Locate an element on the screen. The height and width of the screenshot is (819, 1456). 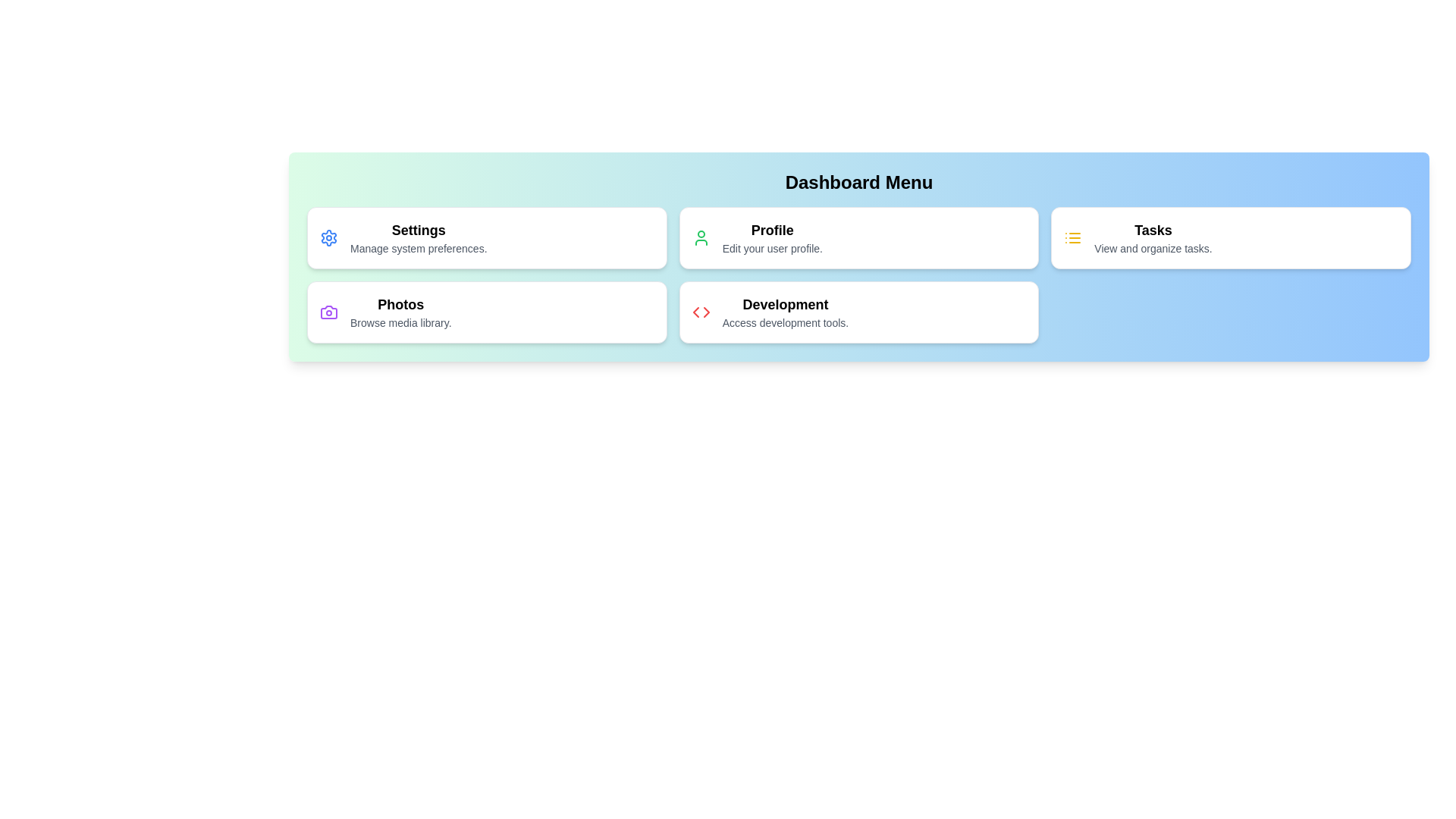
the menu item corresponding to Photos is located at coordinates (487, 312).